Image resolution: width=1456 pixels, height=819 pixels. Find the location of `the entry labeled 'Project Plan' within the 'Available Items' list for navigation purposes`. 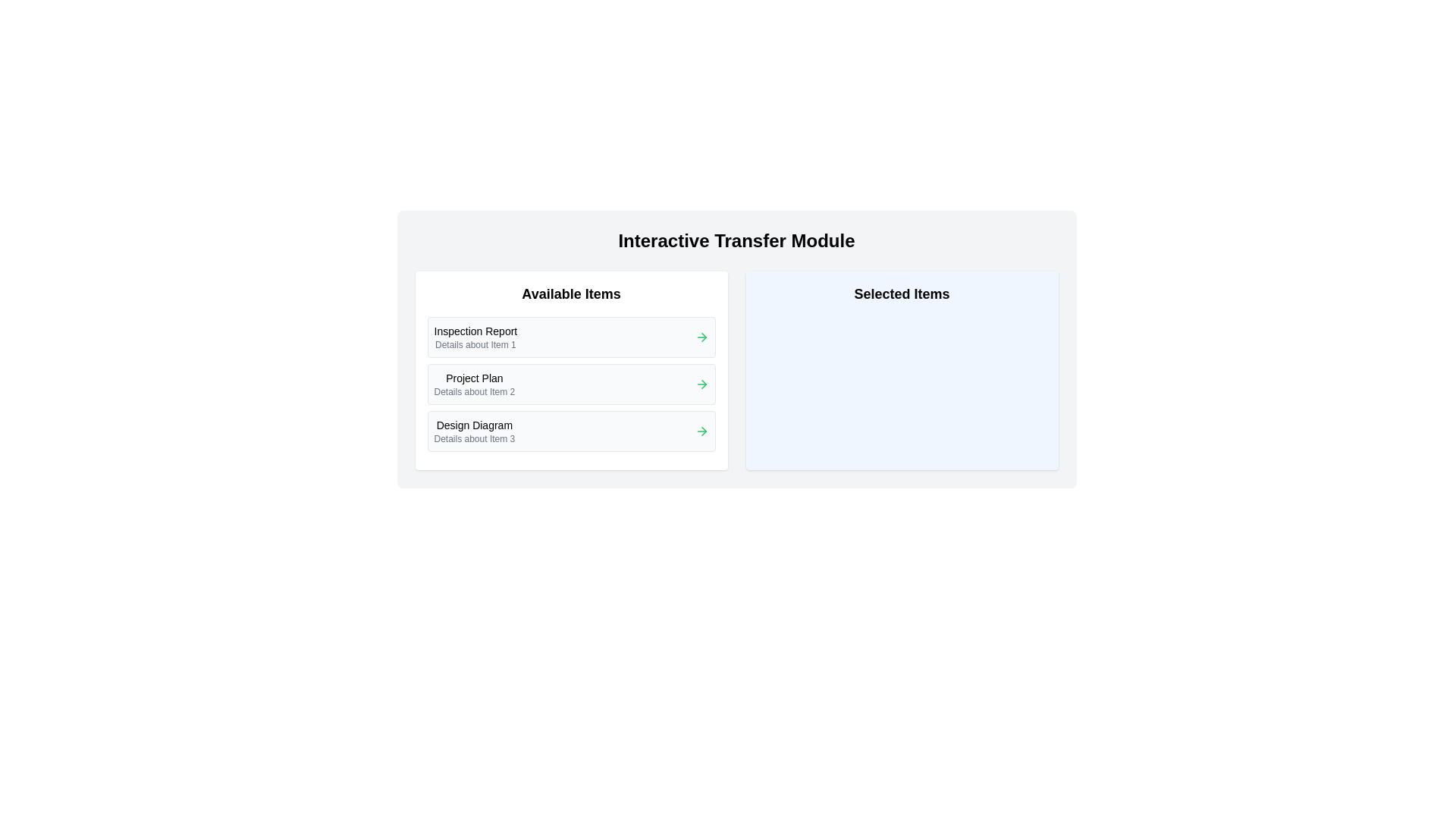

the entry labeled 'Project Plan' within the 'Available Items' list for navigation purposes is located at coordinates (570, 371).